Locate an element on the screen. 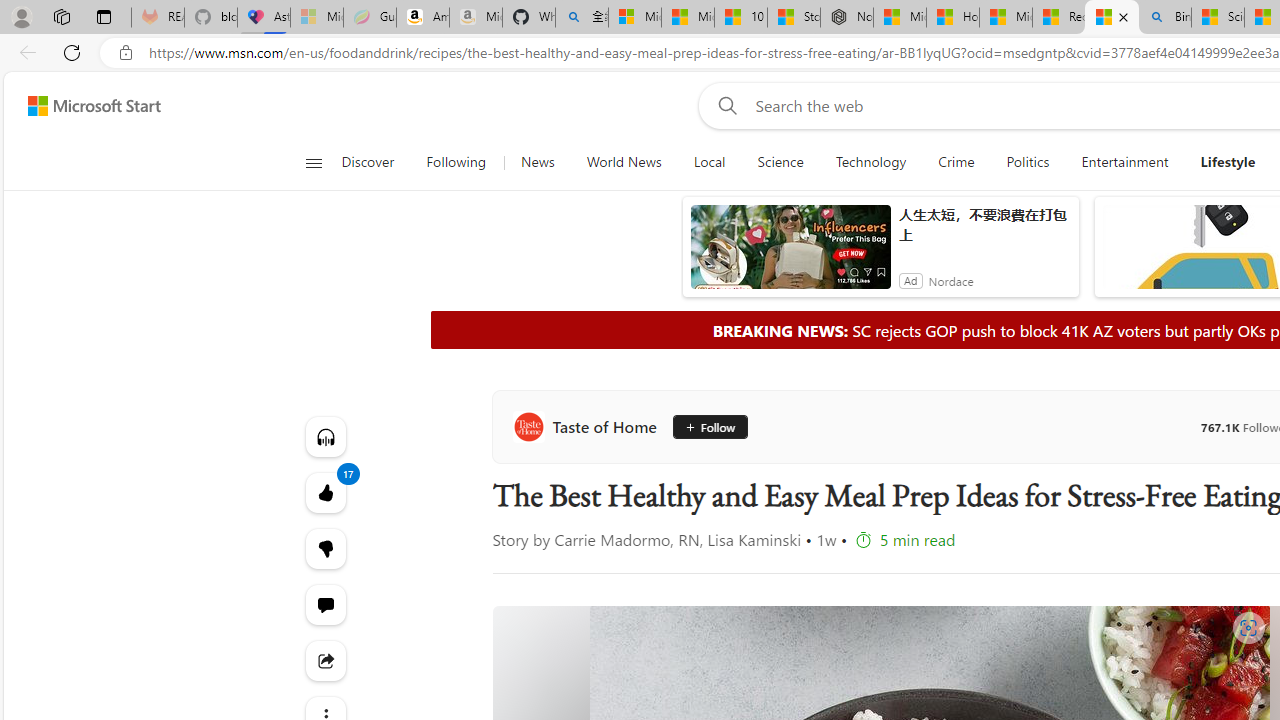 The height and width of the screenshot is (720, 1280). 'Class: button-glyph' is located at coordinates (312, 162).